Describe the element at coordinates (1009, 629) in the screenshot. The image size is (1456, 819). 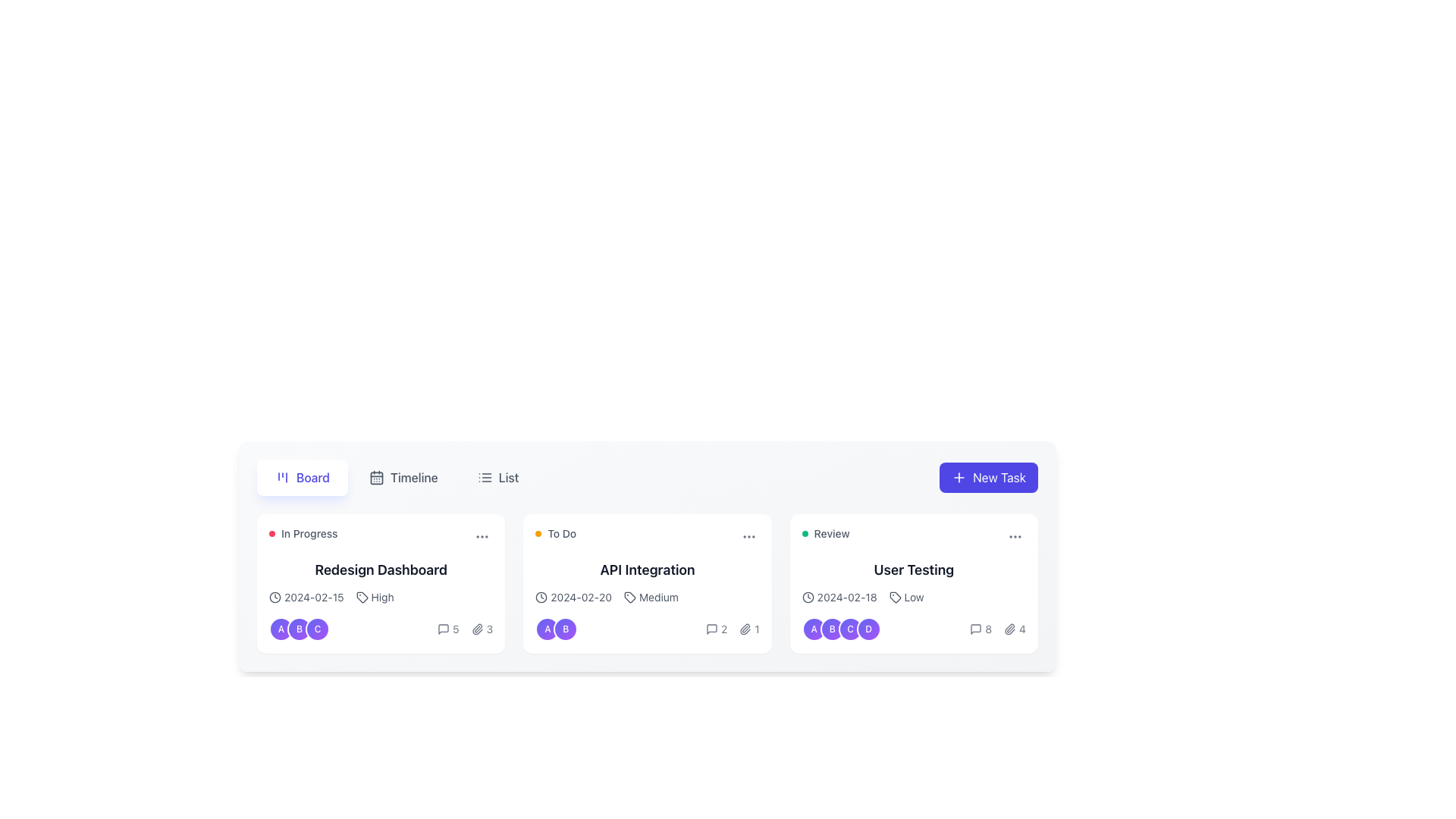
I see `the attachment icon located at the bottom right corner of the 'User Testing' card` at that location.